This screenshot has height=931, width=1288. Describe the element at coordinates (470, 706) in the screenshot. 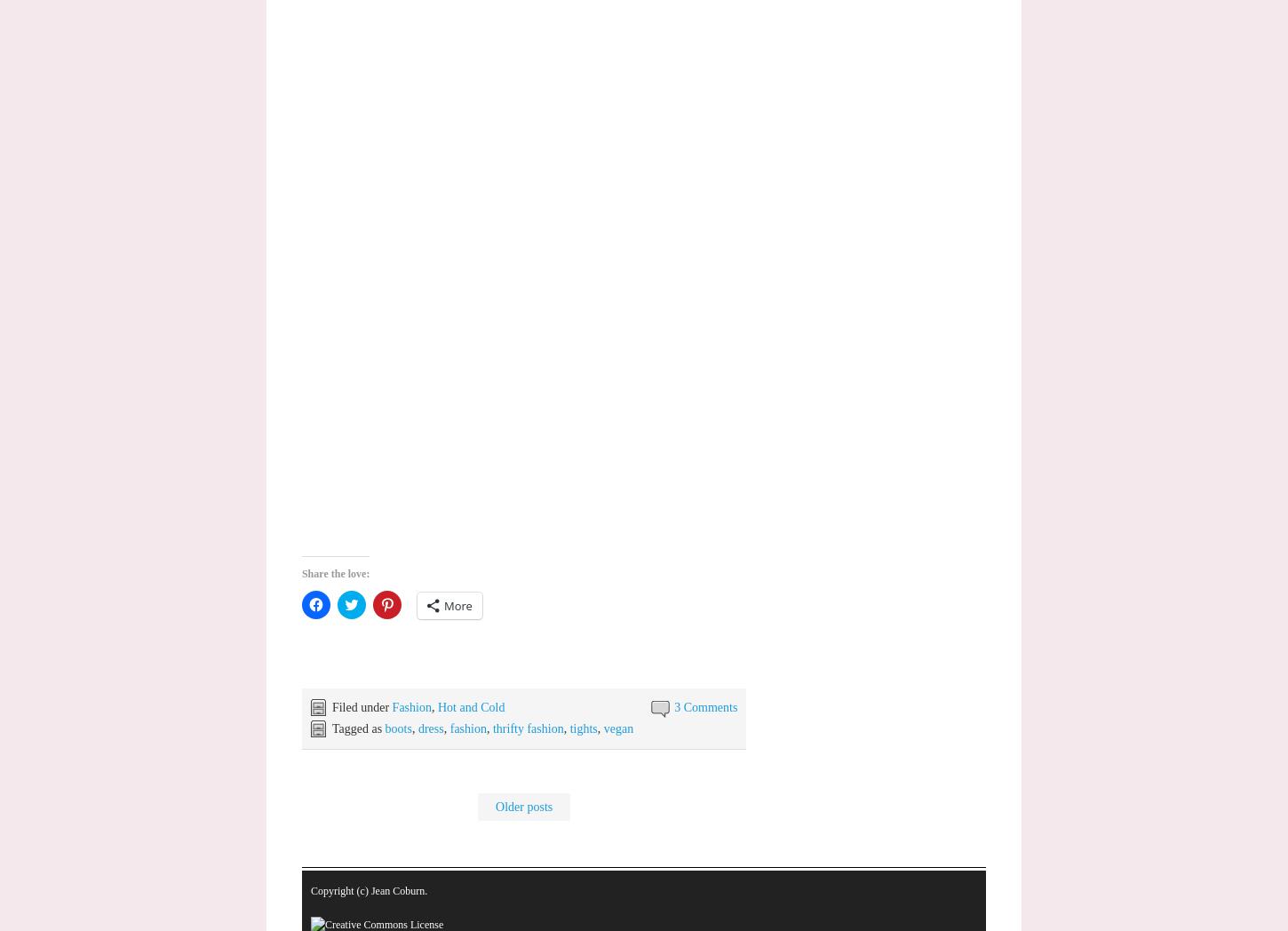

I see `'Hot and Cold'` at that location.